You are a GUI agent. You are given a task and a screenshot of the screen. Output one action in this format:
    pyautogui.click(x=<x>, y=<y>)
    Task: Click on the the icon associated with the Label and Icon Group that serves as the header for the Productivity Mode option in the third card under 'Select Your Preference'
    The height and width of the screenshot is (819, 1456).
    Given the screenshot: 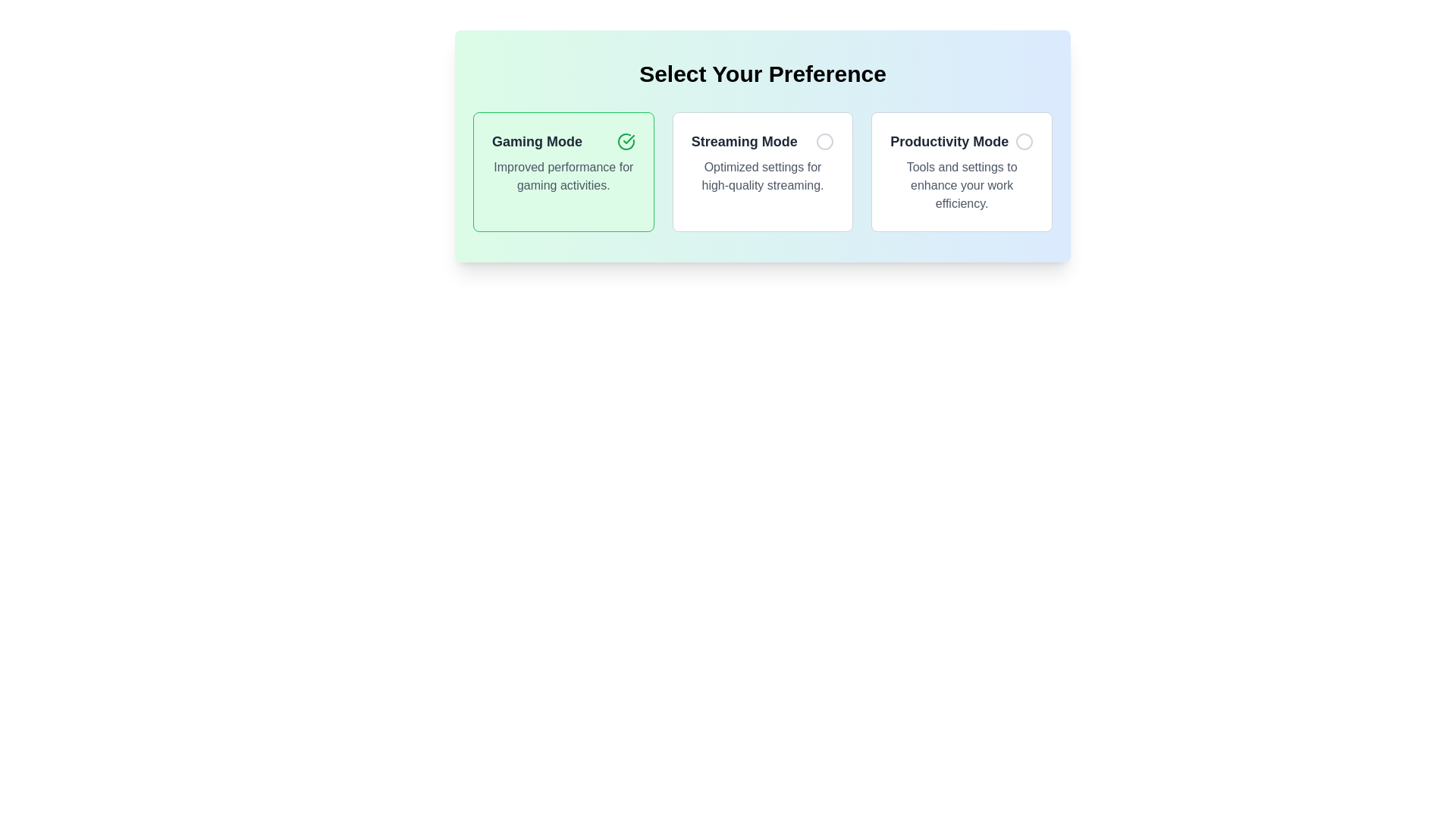 What is the action you would take?
    pyautogui.click(x=961, y=141)
    